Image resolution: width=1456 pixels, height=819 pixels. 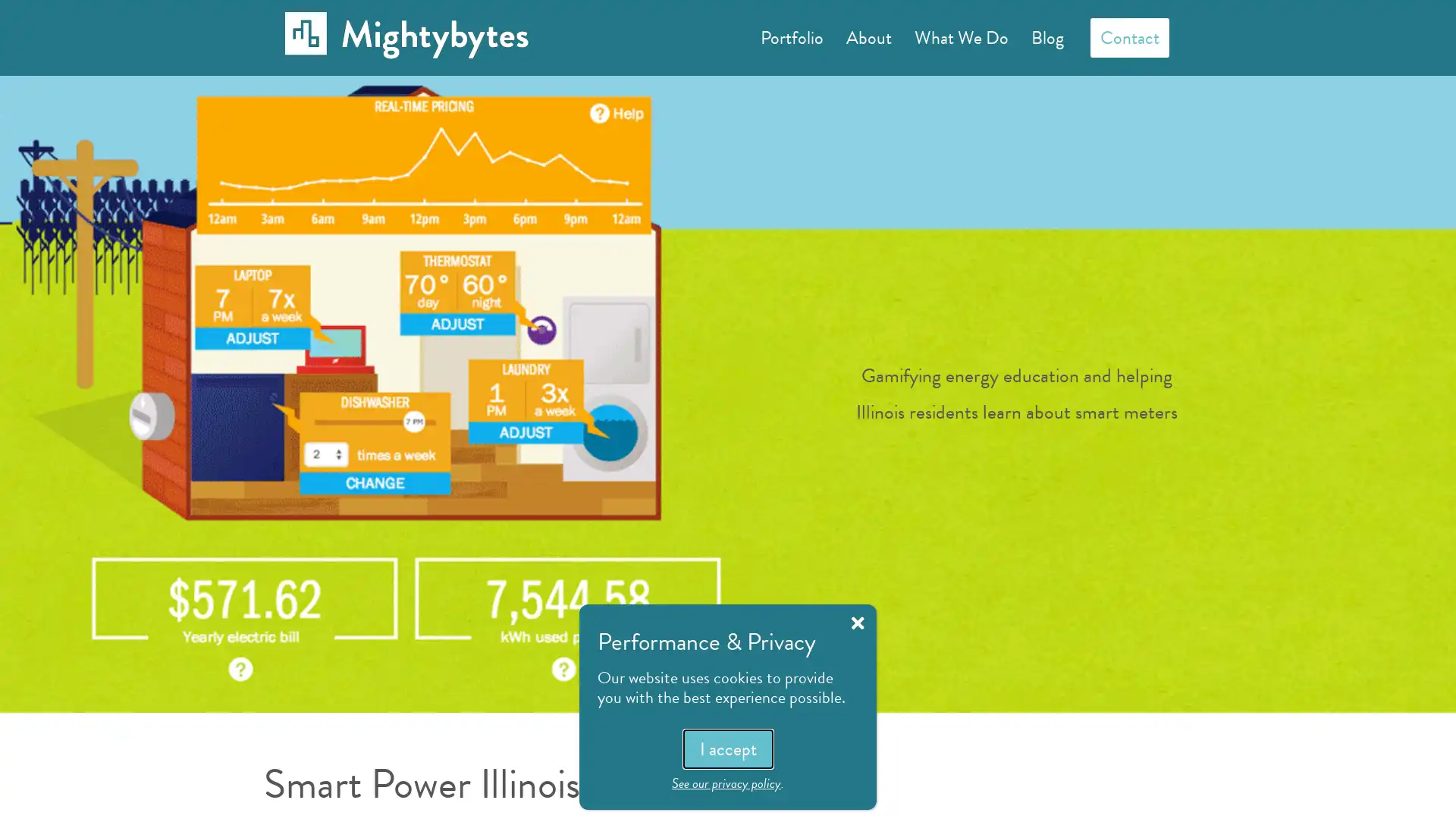 What do you see at coordinates (726, 748) in the screenshot?
I see `I accept` at bounding box center [726, 748].